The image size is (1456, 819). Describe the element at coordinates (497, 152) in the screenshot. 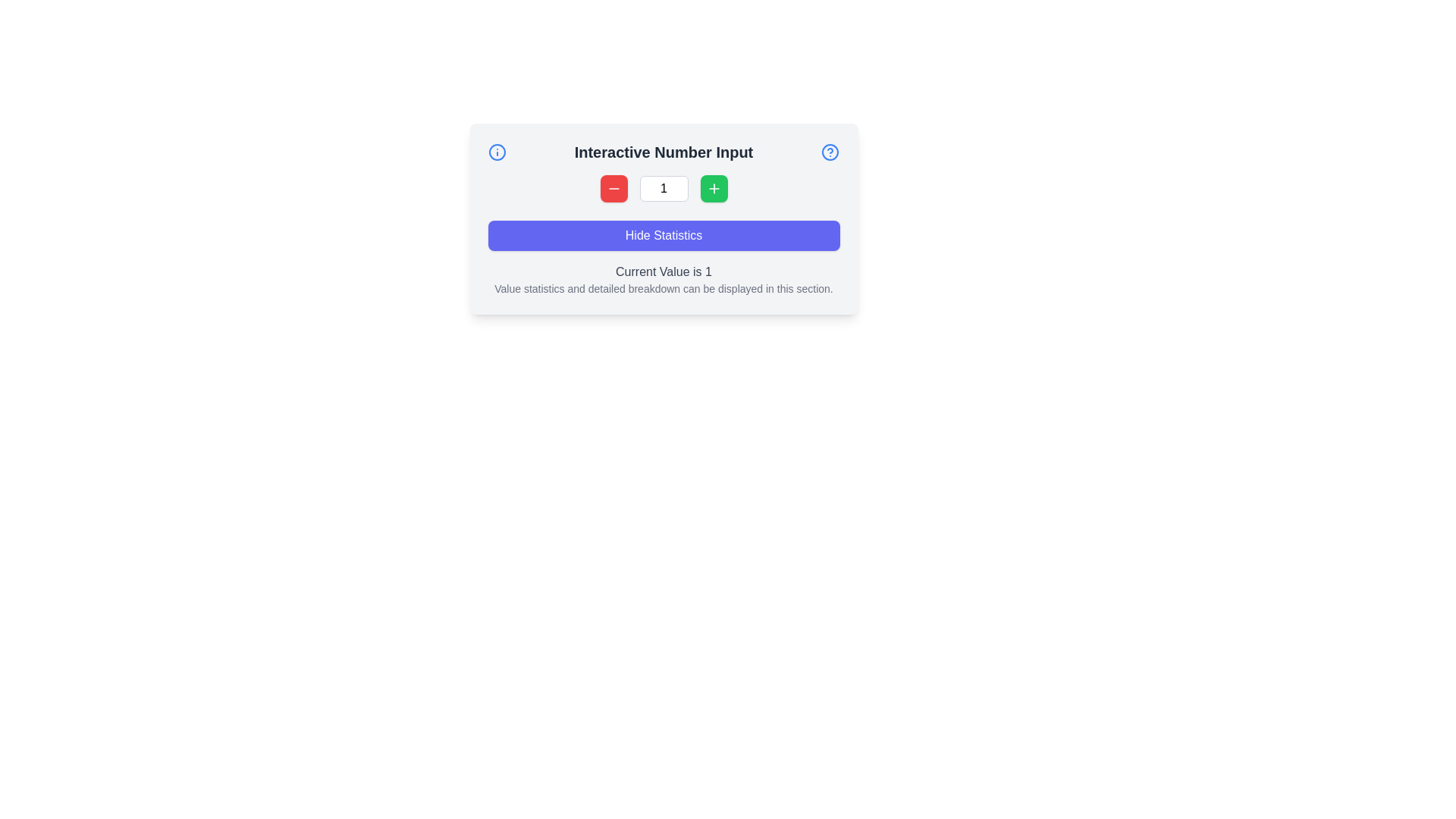

I see `the circular blue-bordered icon with a white center and vertical line, located in the top-left corner of the 'Interactive Number Input' section` at that location.